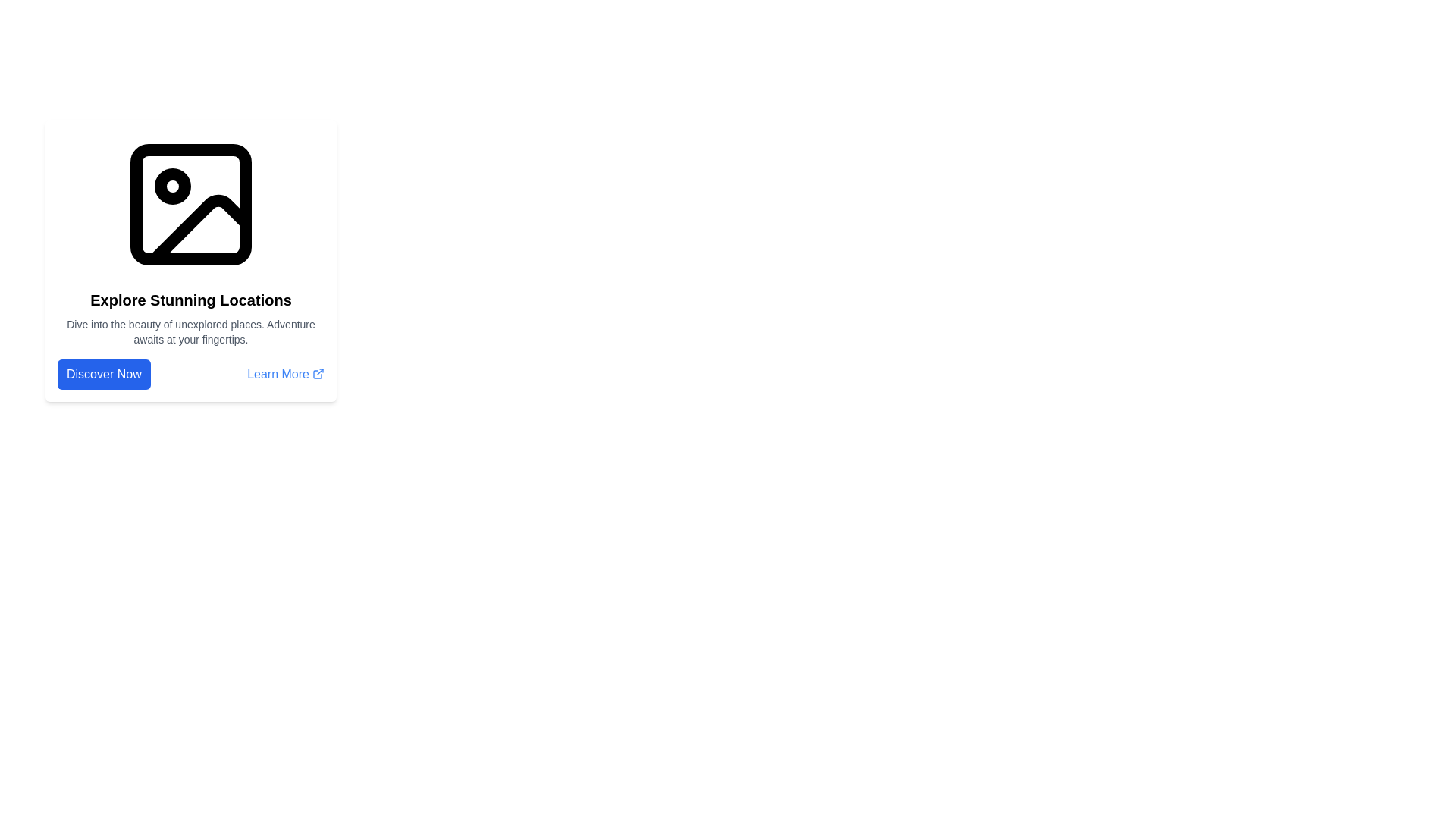 This screenshot has height=819, width=1456. What do you see at coordinates (286, 374) in the screenshot?
I see `the hyperlink positioned to the right of the 'Discover Now' button` at bounding box center [286, 374].